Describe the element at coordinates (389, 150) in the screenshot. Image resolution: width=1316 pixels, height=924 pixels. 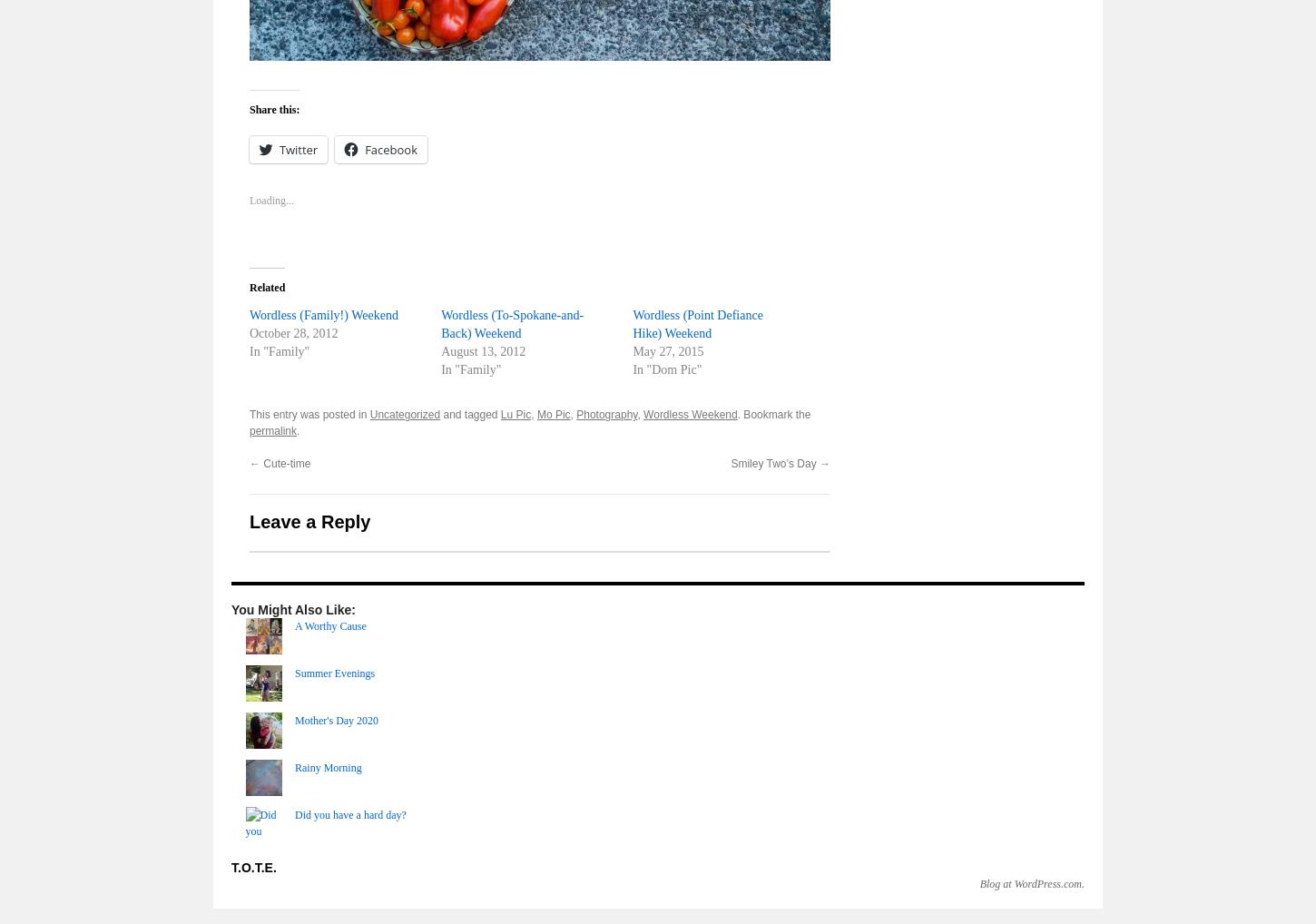
I see `'Facebook'` at that location.